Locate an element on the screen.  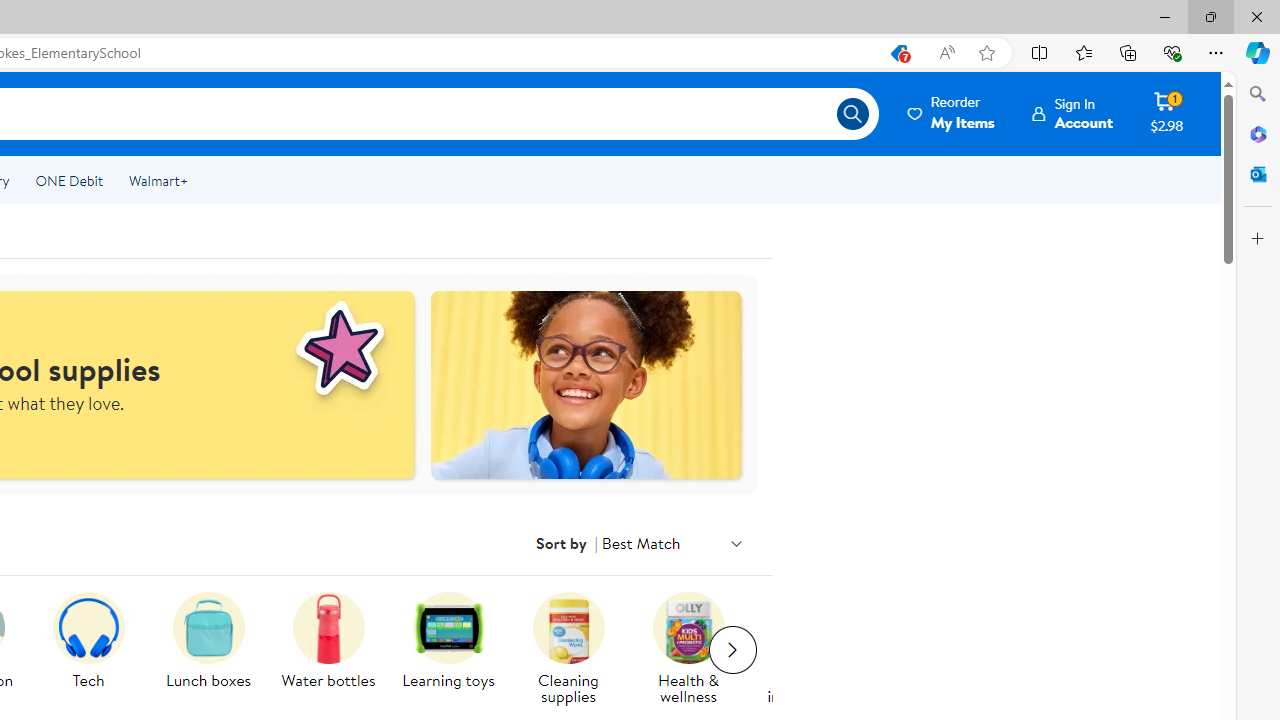
'Cleaning supplies' is located at coordinates (567, 627).